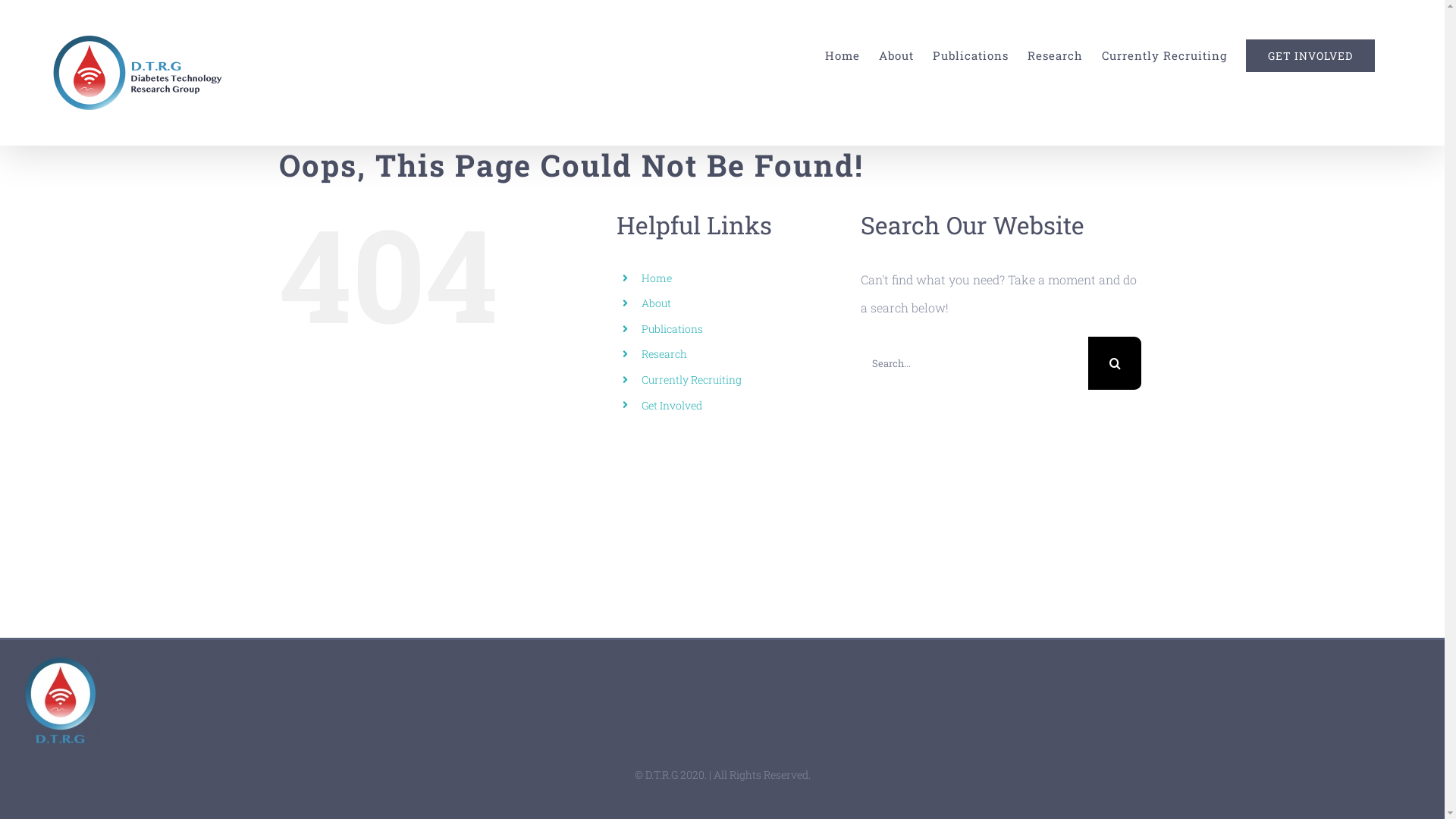 The image size is (1456, 819). What do you see at coordinates (656, 278) in the screenshot?
I see `'Home'` at bounding box center [656, 278].